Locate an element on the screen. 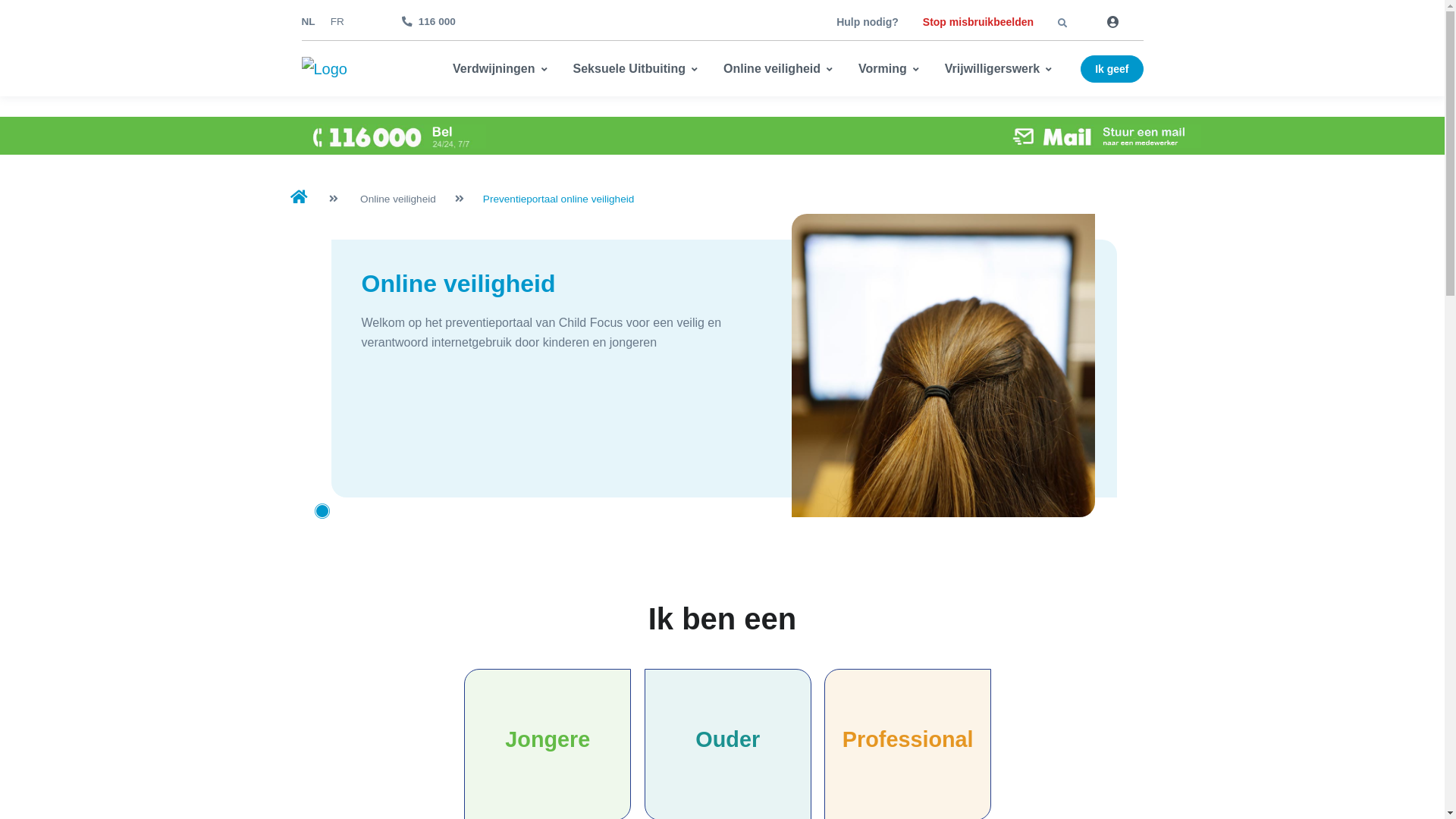 This screenshot has height=819, width=1456. 'Hulp nodig?' is located at coordinates (867, 22).